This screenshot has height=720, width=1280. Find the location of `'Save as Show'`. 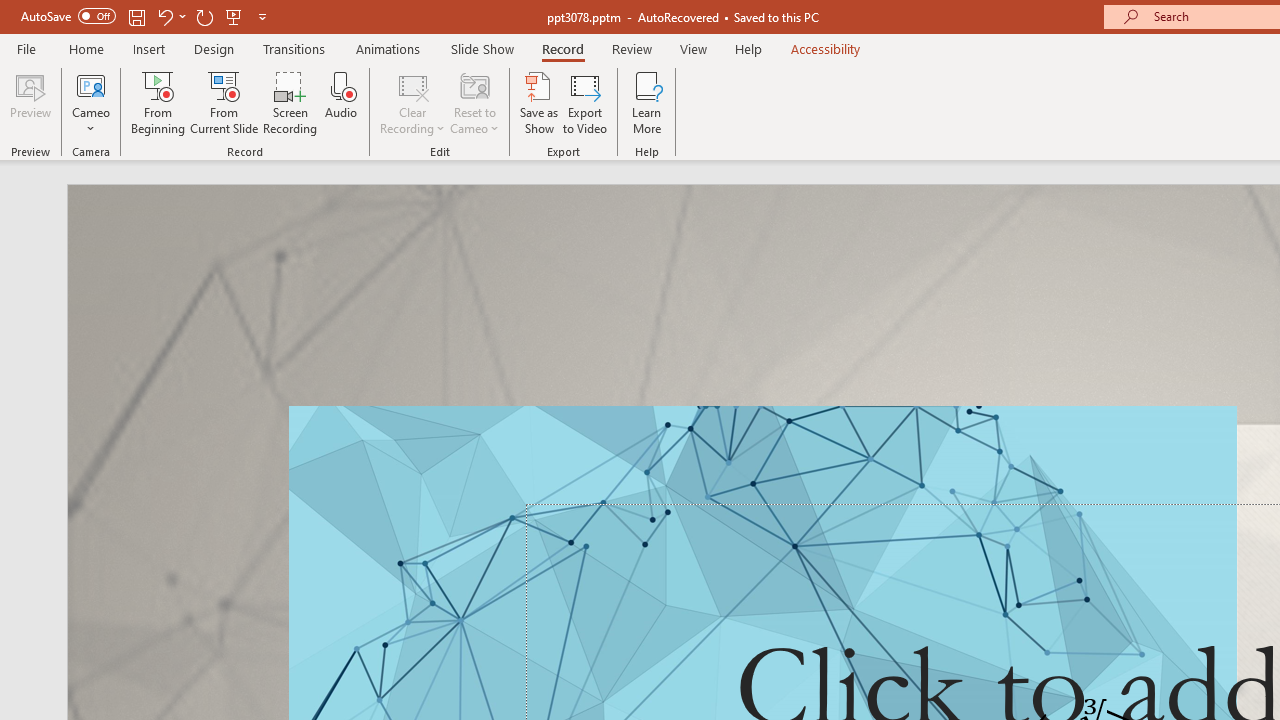

'Save as Show' is located at coordinates (539, 103).